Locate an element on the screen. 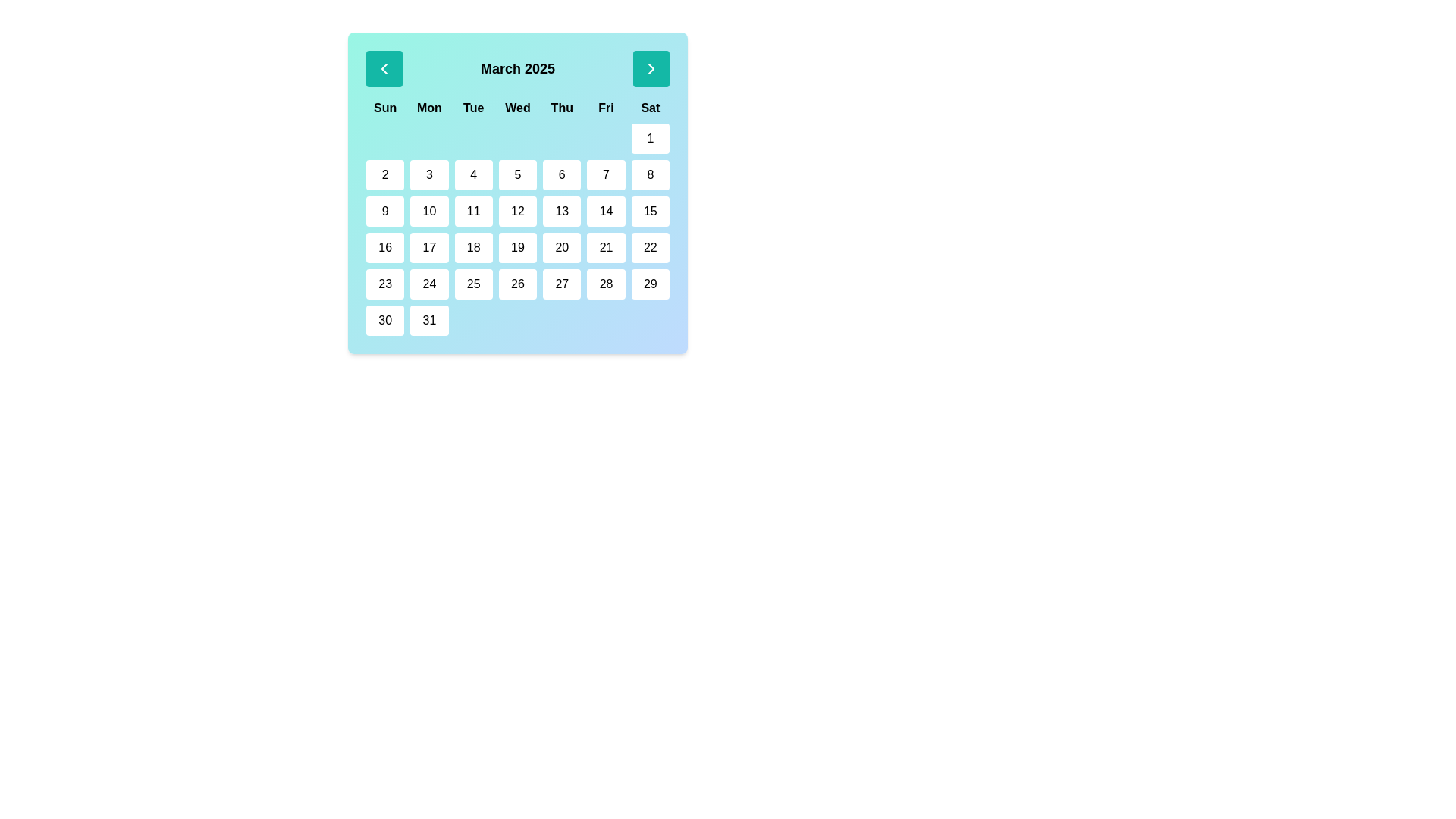 This screenshot has width=1456, height=819. the second calendar grid cell located in the first row and second column labeled 'Monday' is located at coordinates (428, 138).